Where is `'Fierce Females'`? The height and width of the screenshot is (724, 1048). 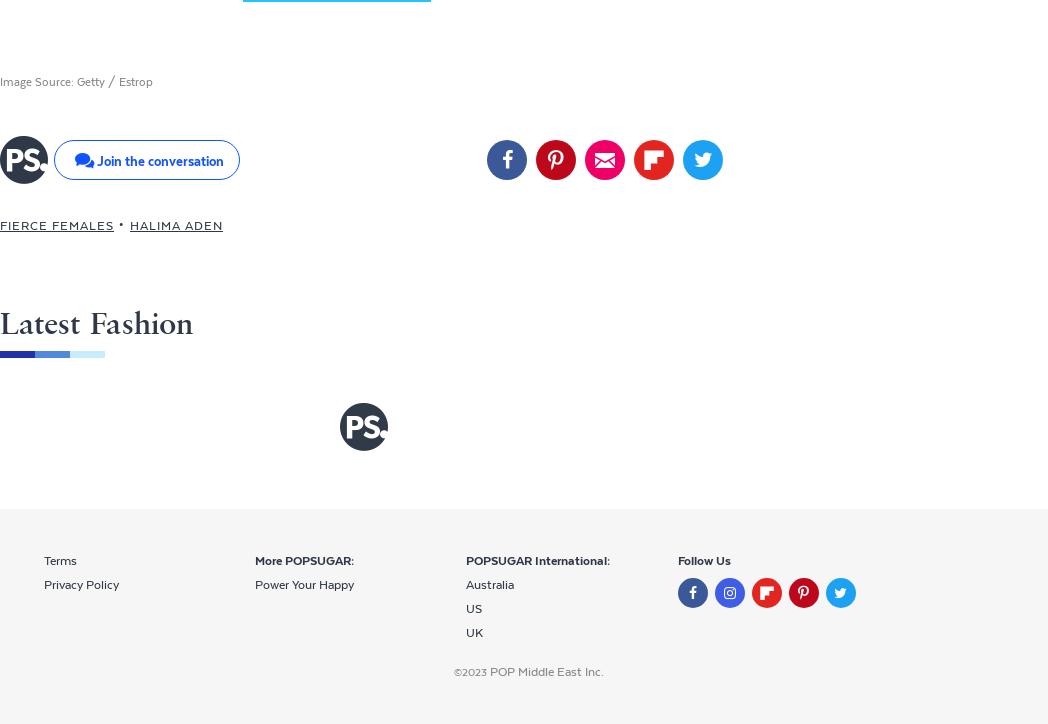 'Fierce Females' is located at coordinates (57, 225).